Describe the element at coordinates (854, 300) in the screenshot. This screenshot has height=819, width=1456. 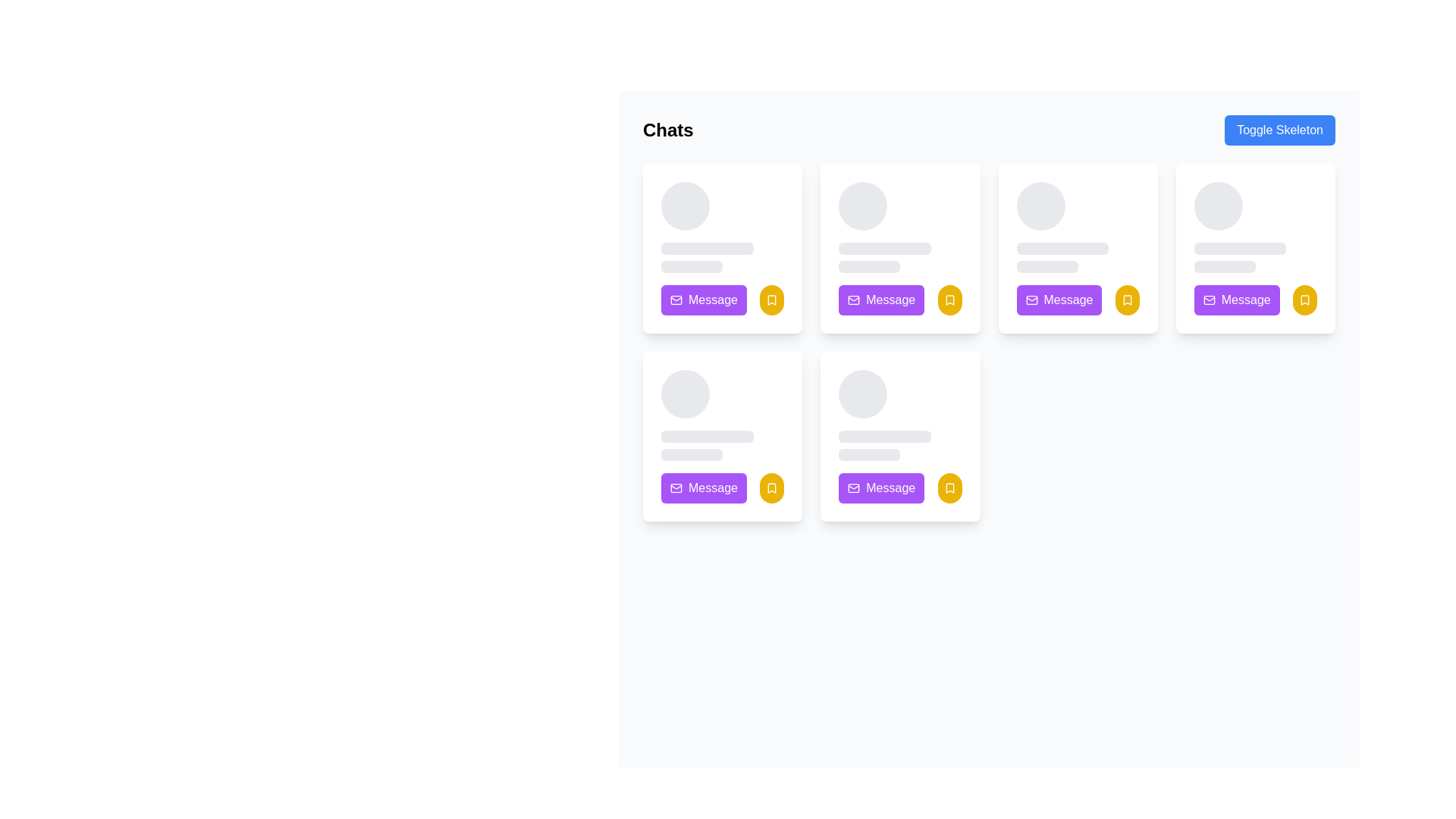
I see `the messaging icon located at the center-left of the purple 'Message' button in the lower section of a user card in the second column of the first row to interact with it` at that location.